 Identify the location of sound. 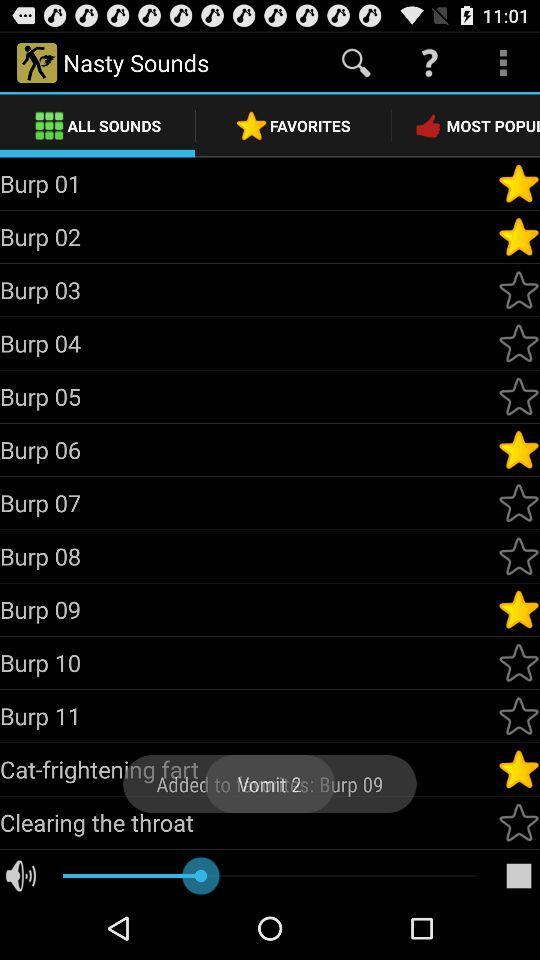
(518, 395).